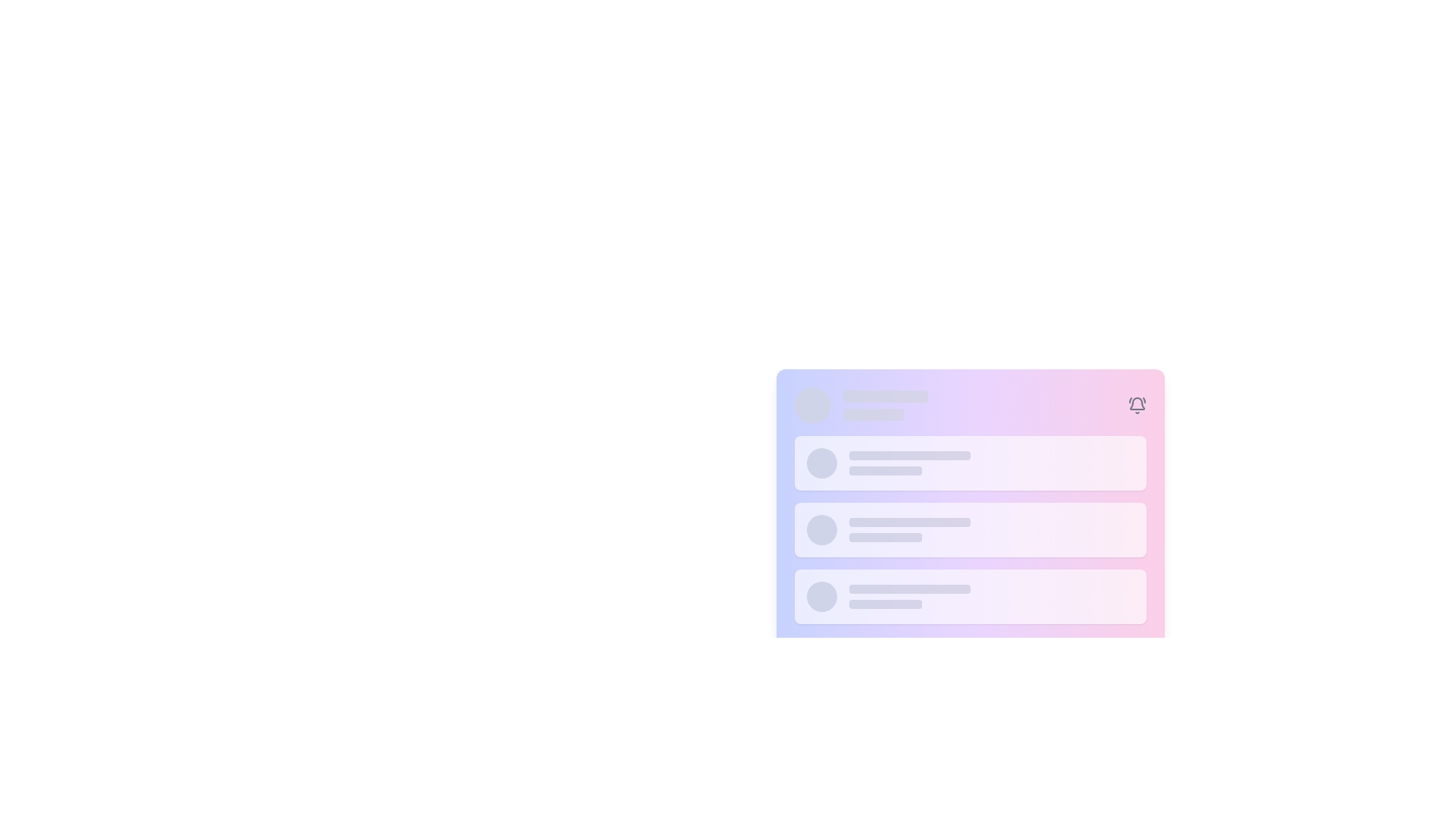 The image size is (1456, 819). What do you see at coordinates (873, 415) in the screenshot?
I see `the loading skeleton placeholder, which is a horizontally elongated rectangular bar with rounded corners and a gray color, positioned below a similar placeholder element` at bounding box center [873, 415].